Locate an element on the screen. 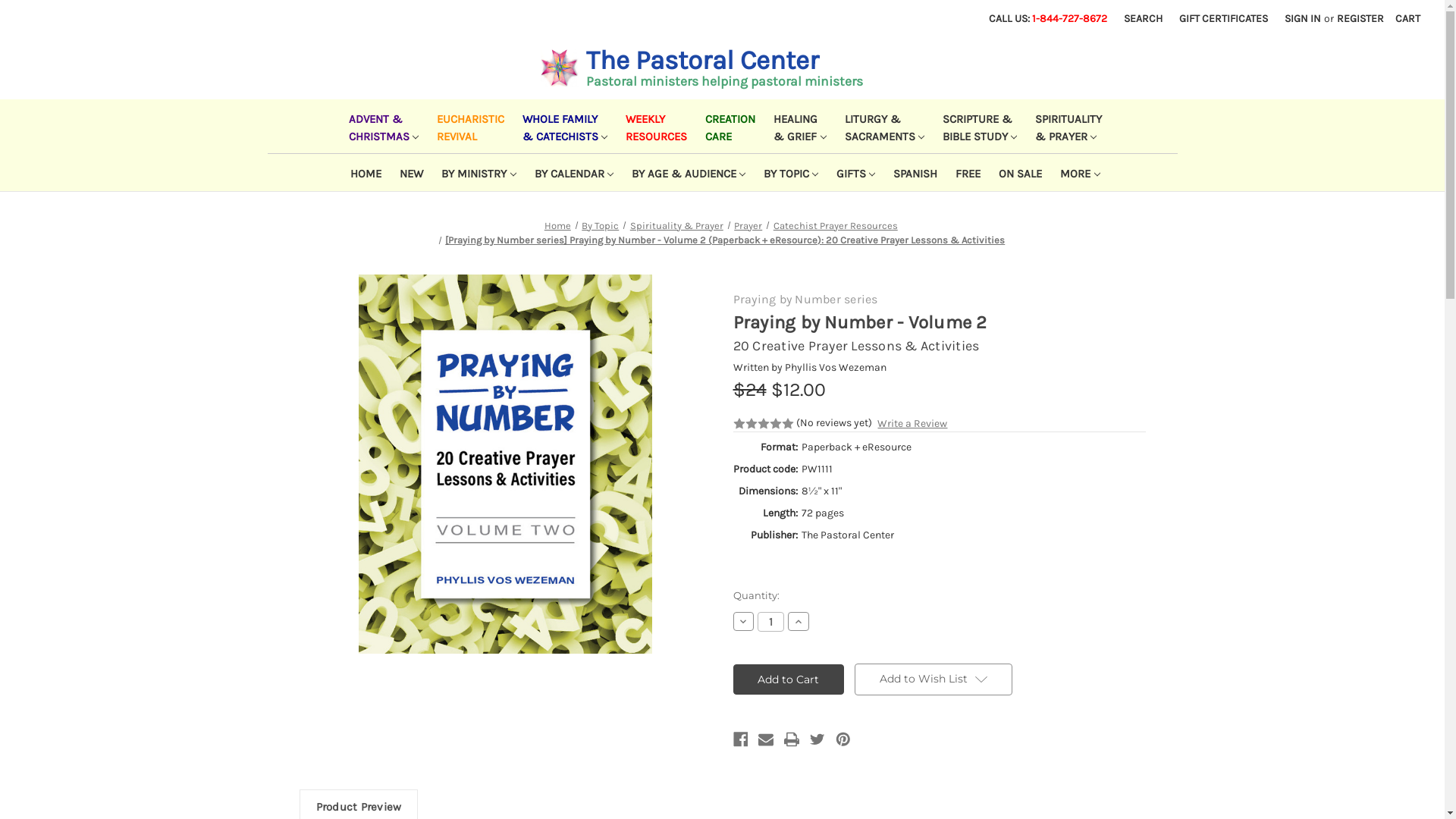 The width and height of the screenshot is (1456, 819). 'SIGN IN' is located at coordinates (1302, 18).